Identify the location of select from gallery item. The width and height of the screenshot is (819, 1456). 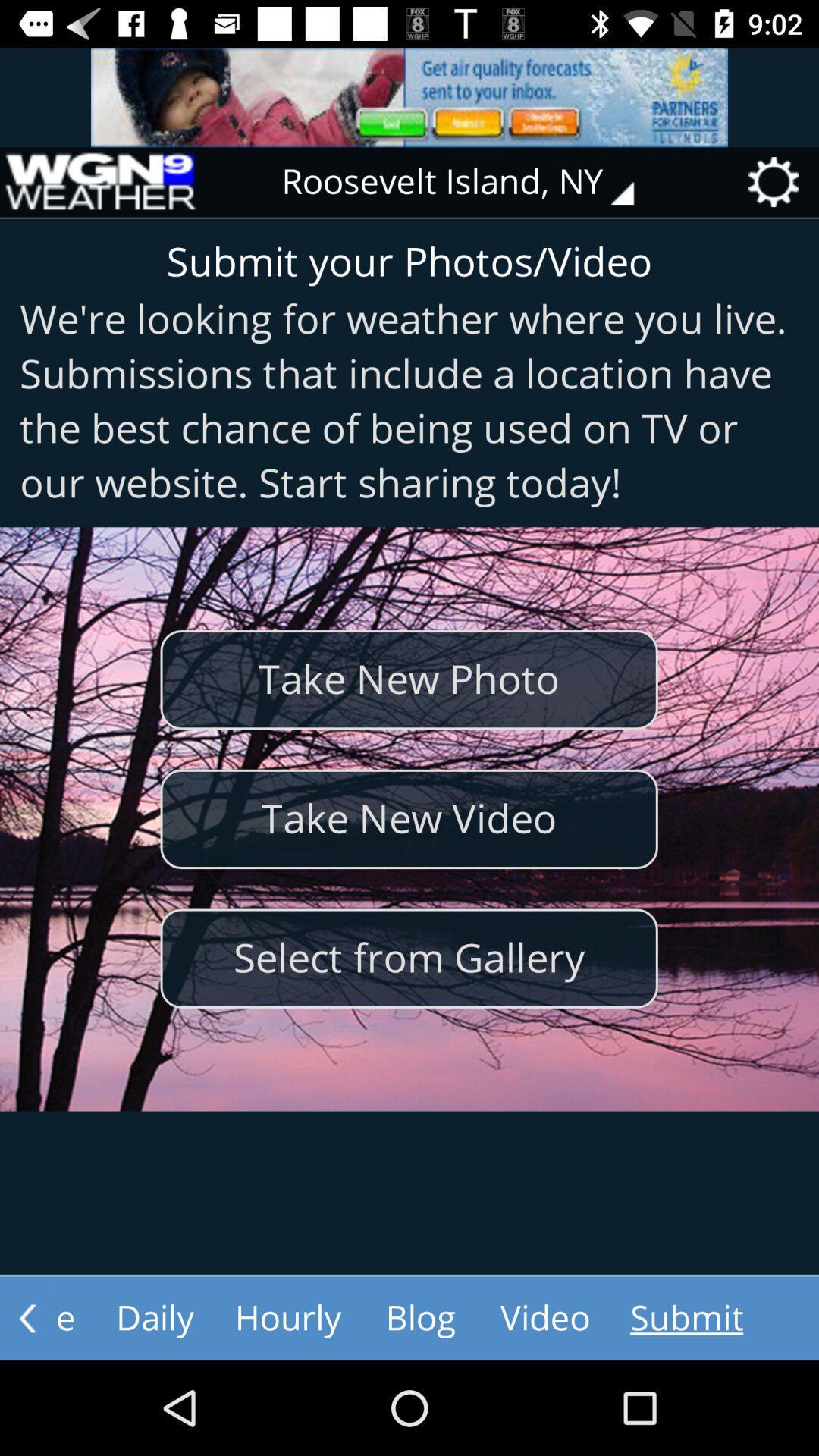
(408, 958).